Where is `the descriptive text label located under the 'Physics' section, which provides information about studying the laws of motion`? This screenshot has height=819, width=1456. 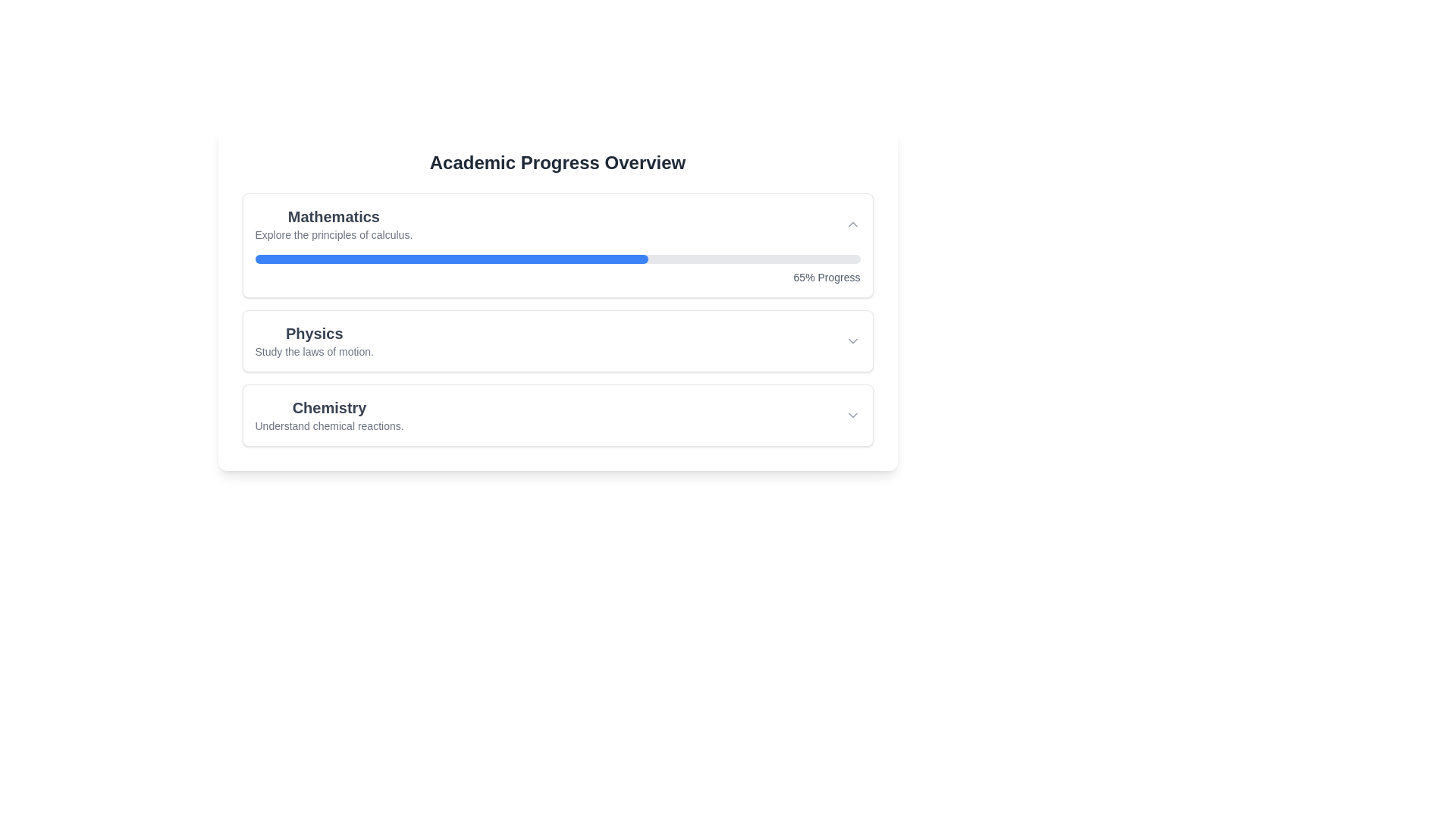
the descriptive text label located under the 'Physics' section, which provides information about studying the laws of motion is located at coordinates (313, 351).